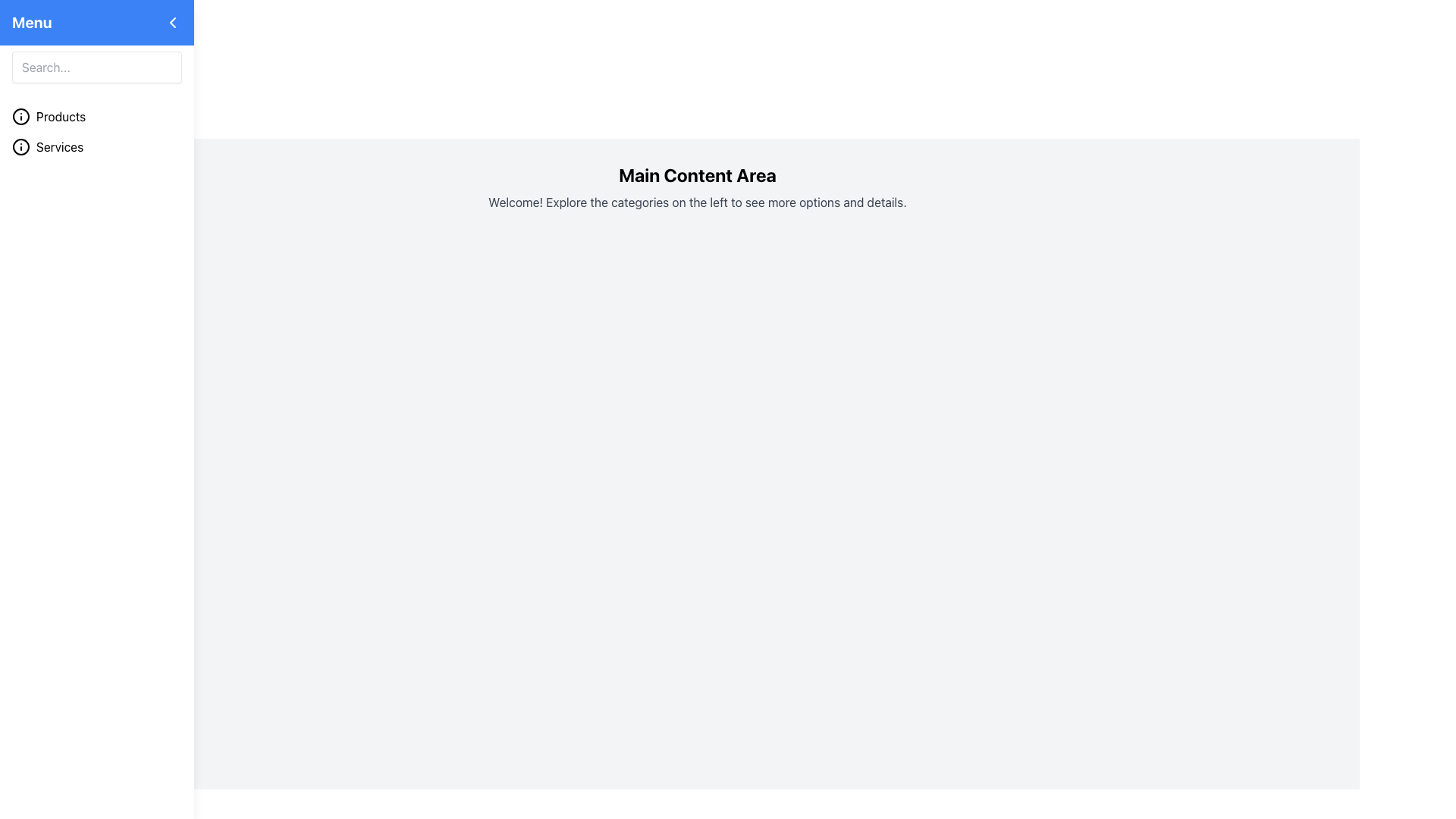 The image size is (1456, 819). Describe the element at coordinates (697, 174) in the screenshot. I see `the prominent text element displaying 'Main Content Area'` at that location.